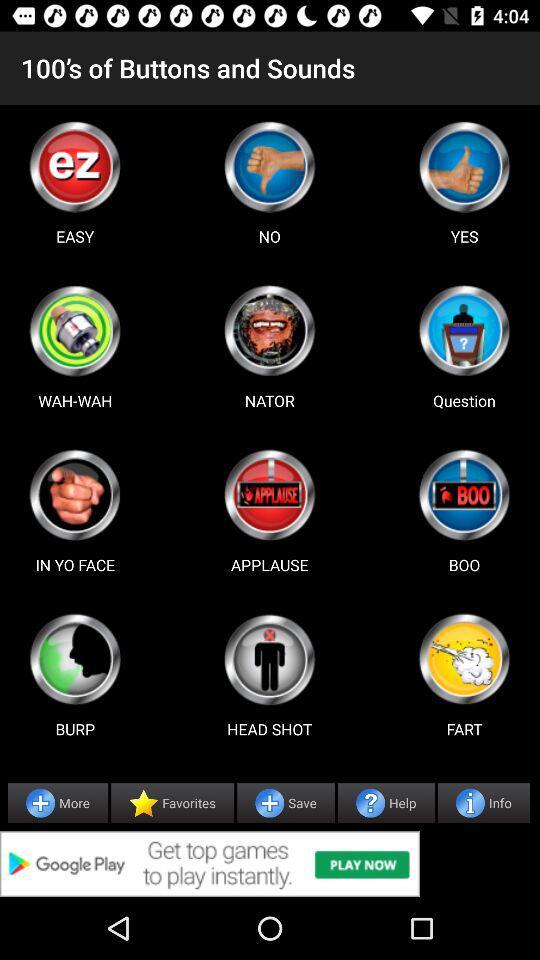  Describe the element at coordinates (269, 658) in the screenshot. I see `head shot sound` at that location.